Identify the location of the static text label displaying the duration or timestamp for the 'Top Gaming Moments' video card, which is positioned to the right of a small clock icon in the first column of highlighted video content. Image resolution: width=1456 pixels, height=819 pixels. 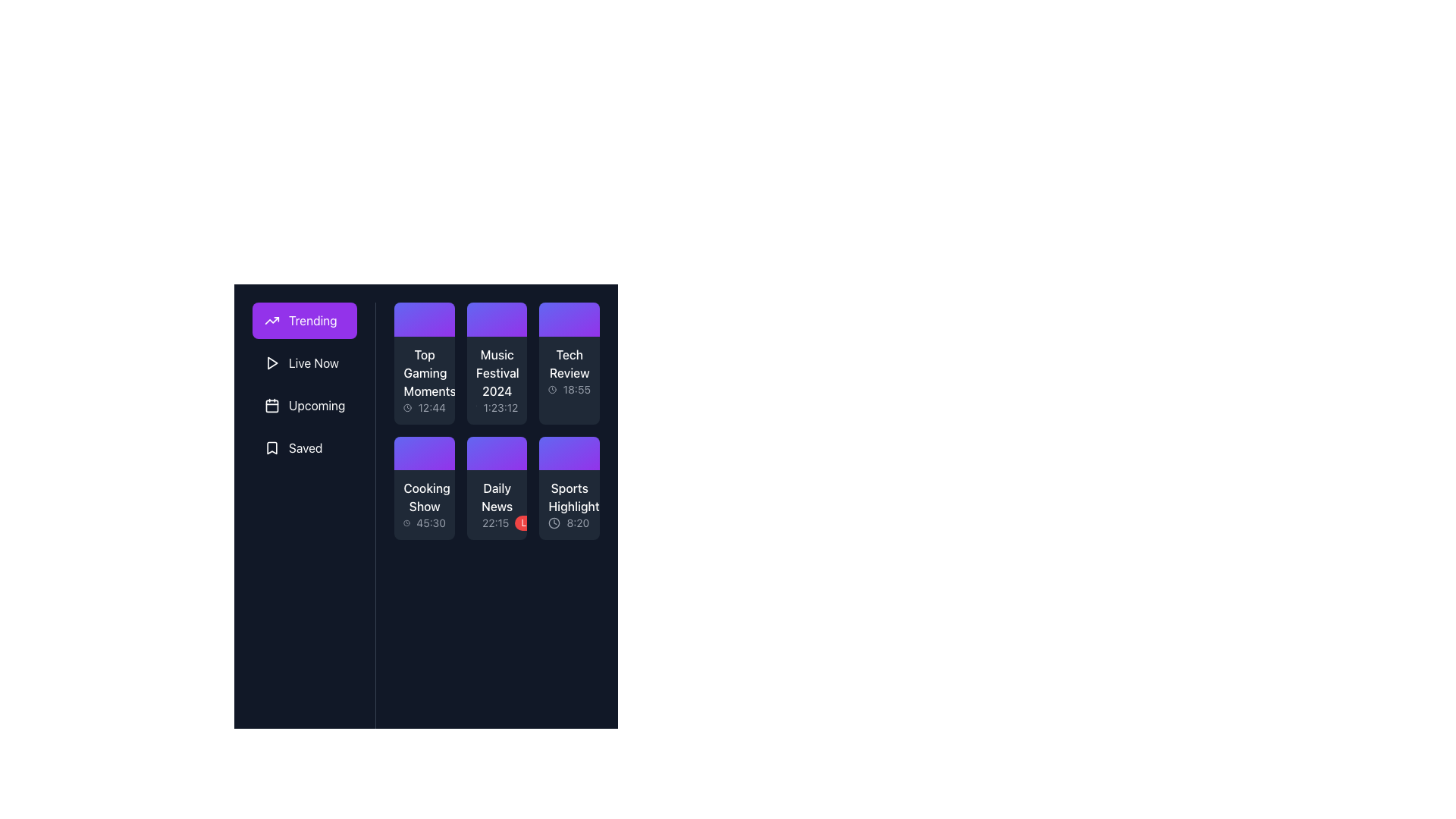
(431, 406).